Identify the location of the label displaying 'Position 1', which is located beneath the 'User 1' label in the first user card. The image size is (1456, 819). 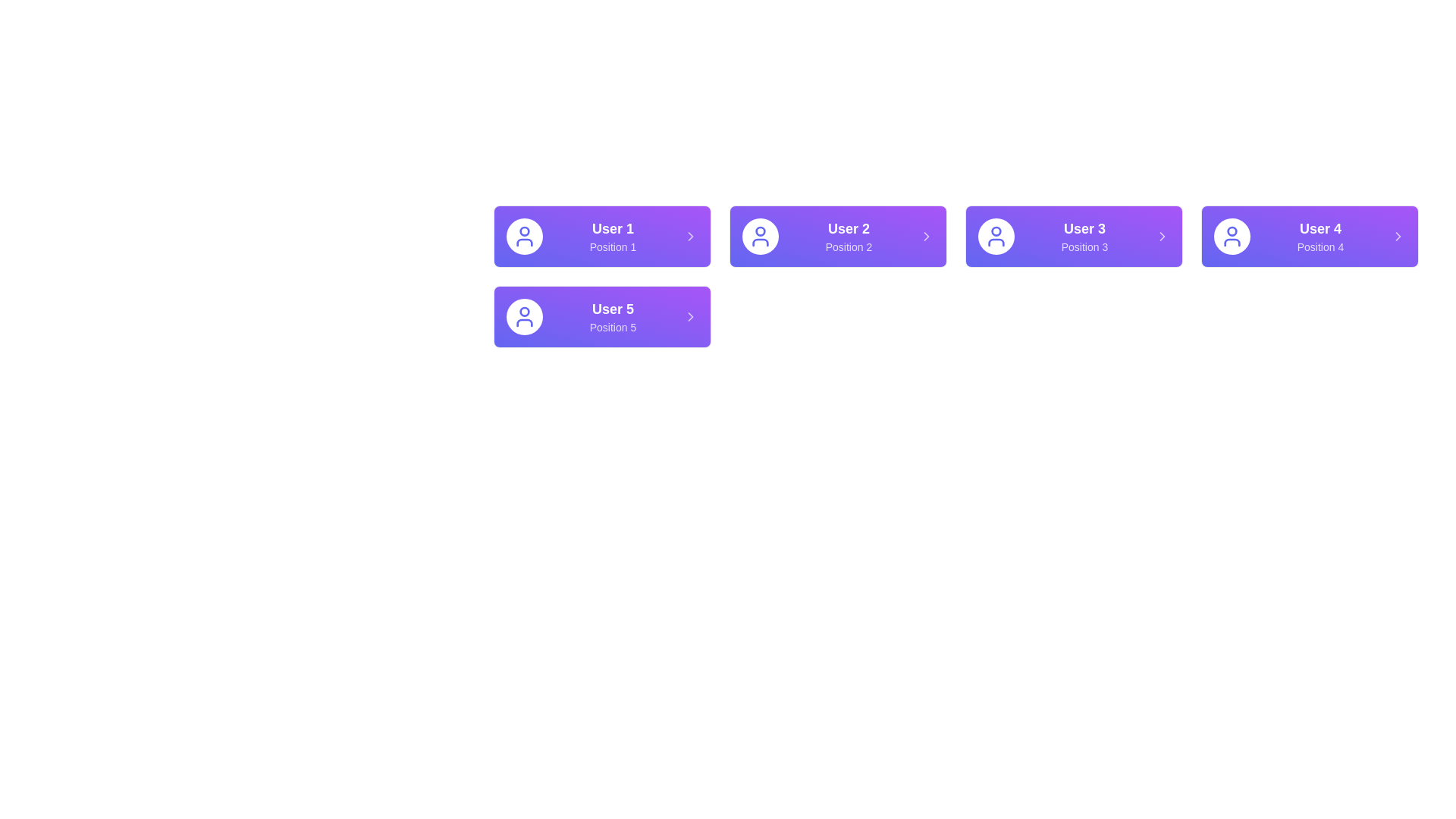
(613, 246).